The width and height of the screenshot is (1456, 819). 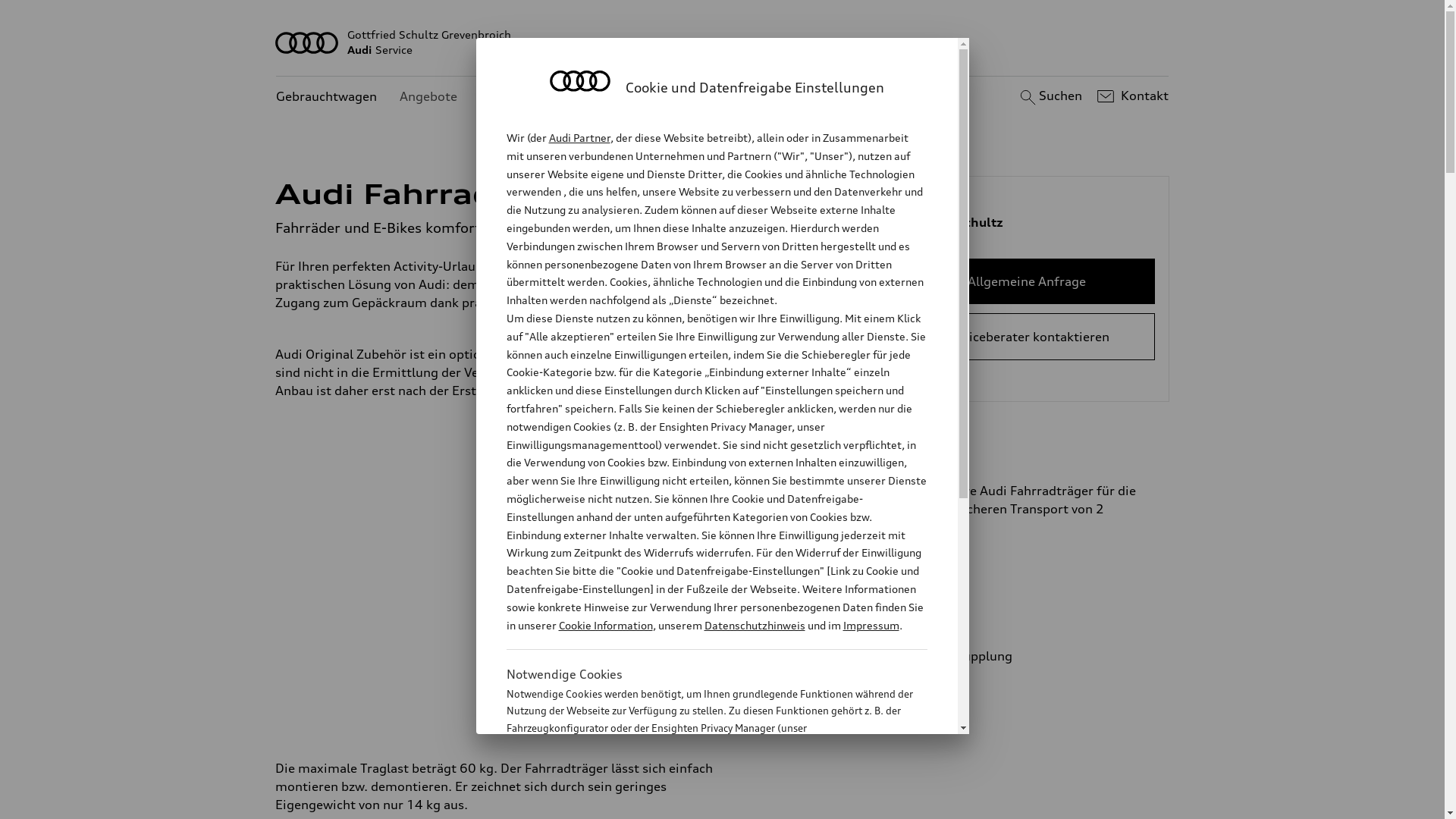 I want to click on 'Kontakt', so click(x=1093, y=96).